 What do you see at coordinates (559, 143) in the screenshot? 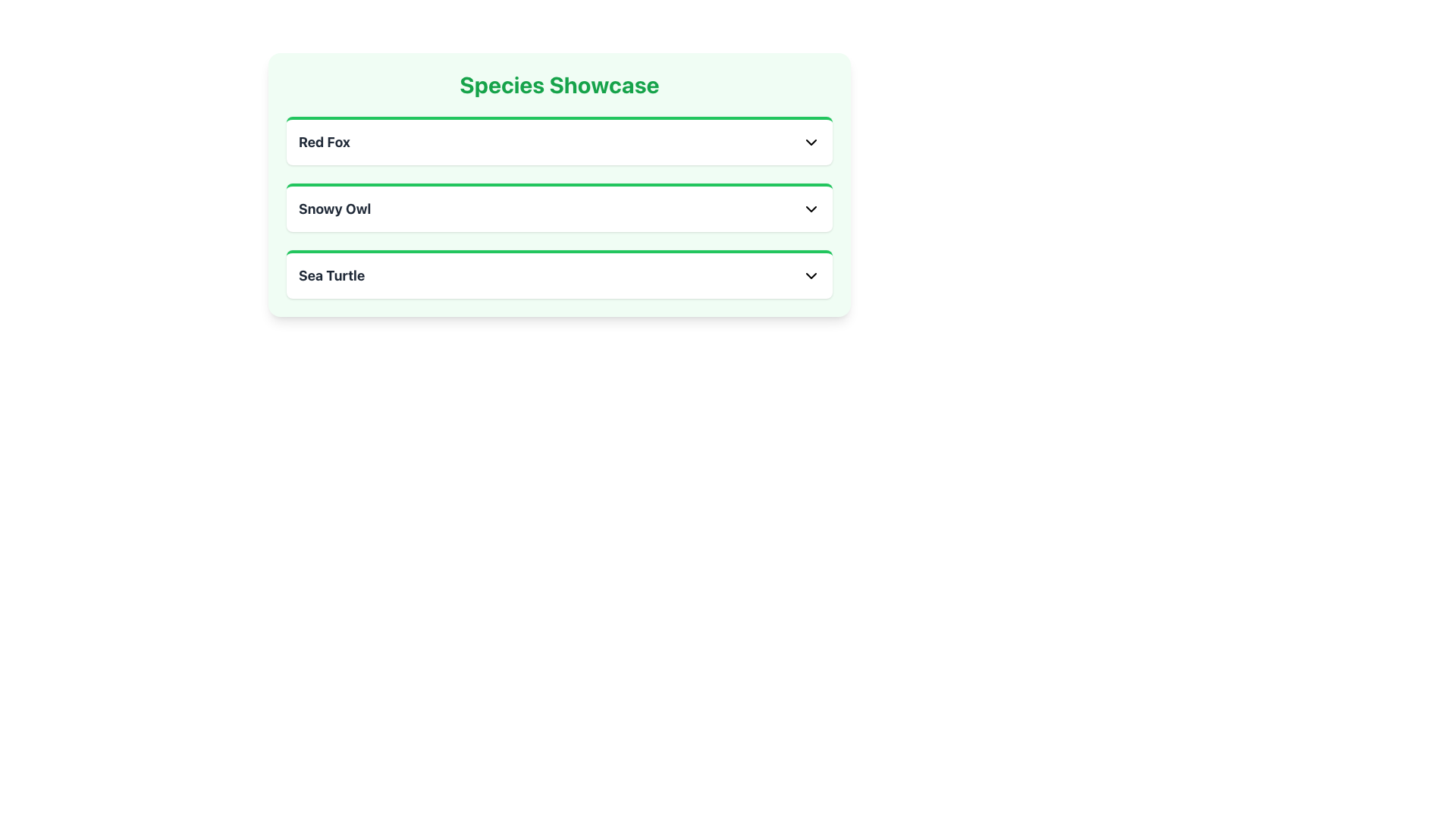
I see `the Dropdown Activator labeled 'Red Fox' which is positioned at the top of the list directly below the heading 'Species Showcase'` at bounding box center [559, 143].